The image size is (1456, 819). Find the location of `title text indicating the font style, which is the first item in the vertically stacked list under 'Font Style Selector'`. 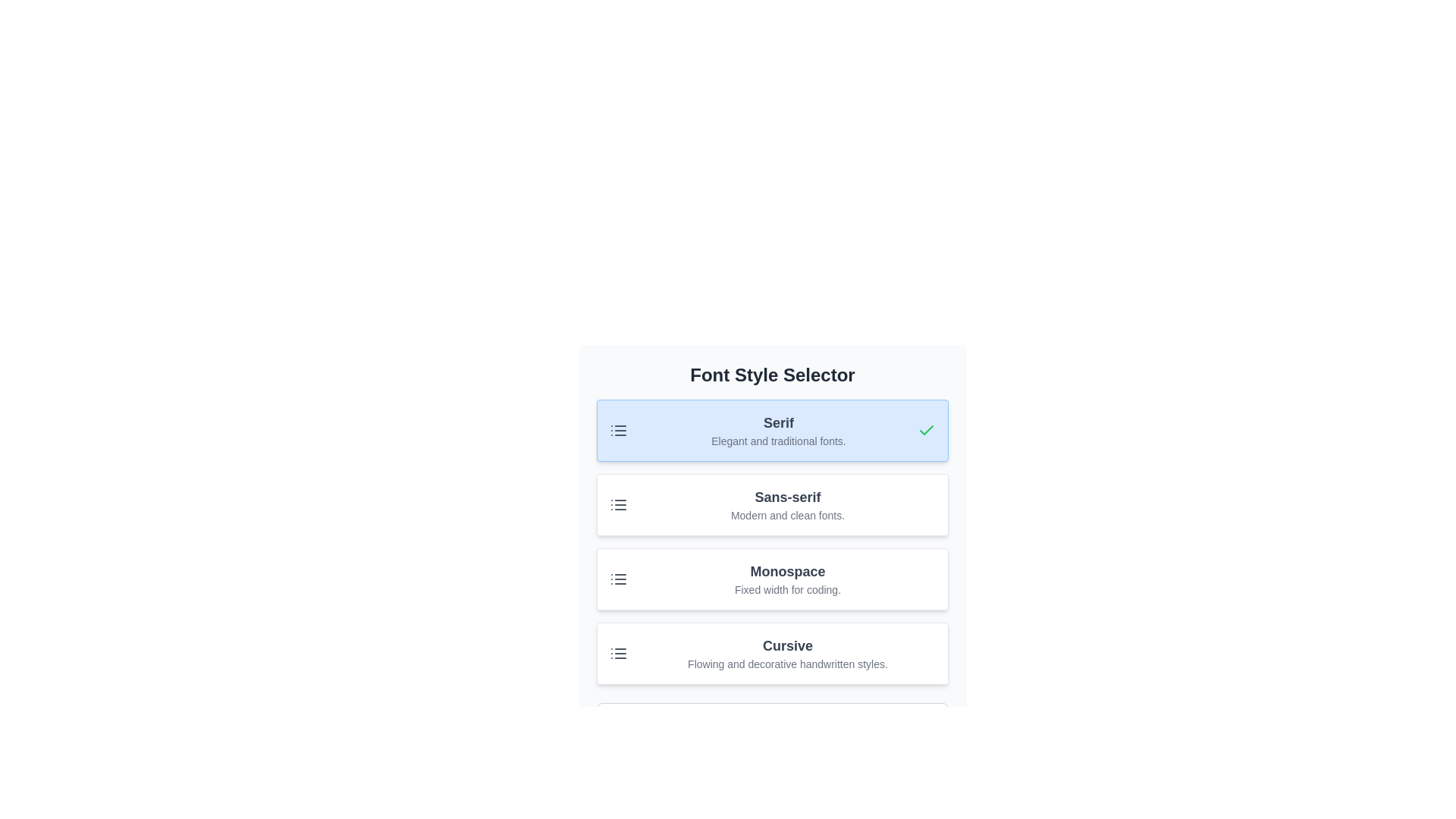

title text indicating the font style, which is the first item in the vertically stacked list under 'Font Style Selector' is located at coordinates (779, 423).